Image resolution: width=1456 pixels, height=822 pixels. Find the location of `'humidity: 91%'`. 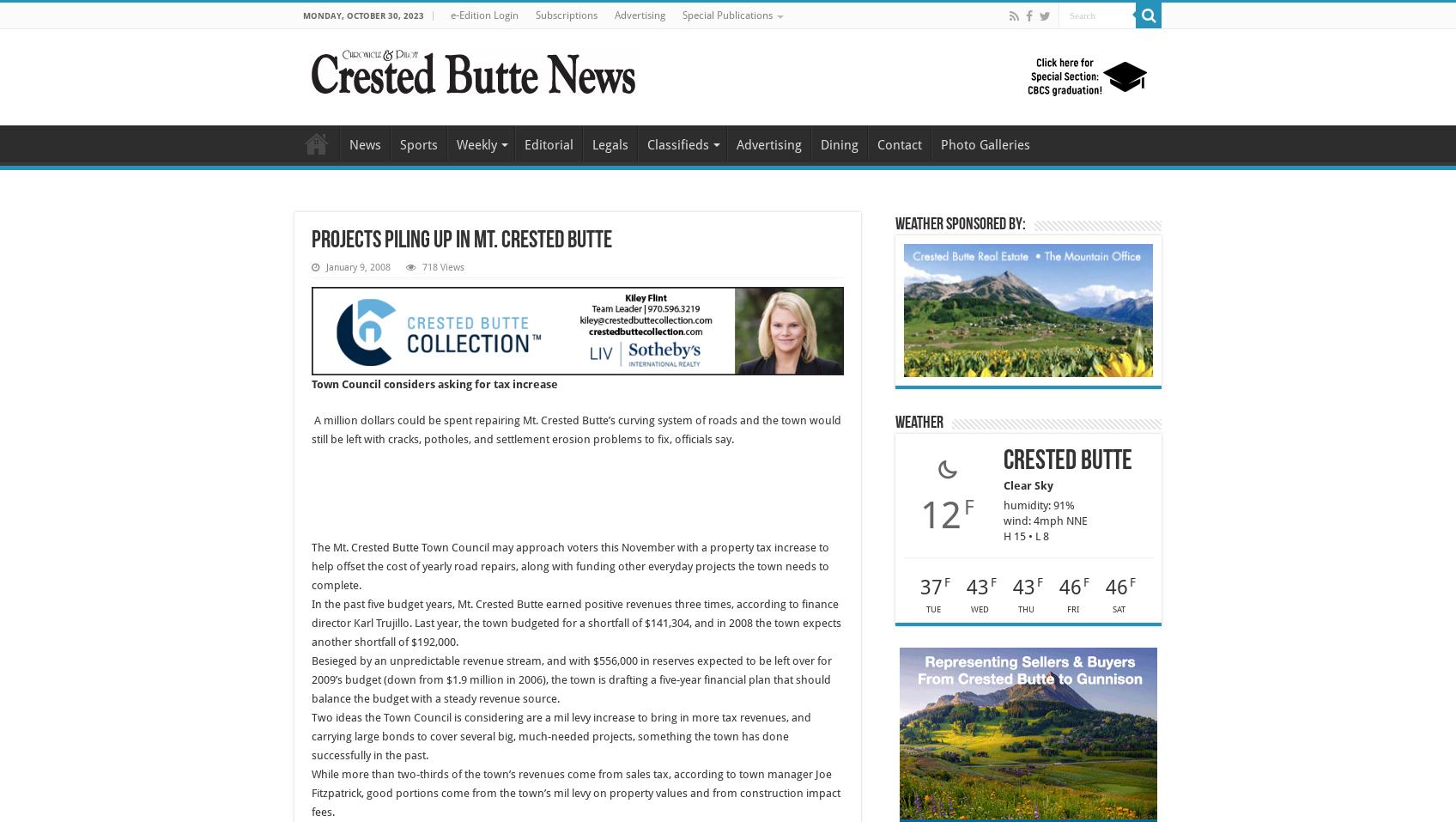

'humidity: 91%' is located at coordinates (1038, 504).